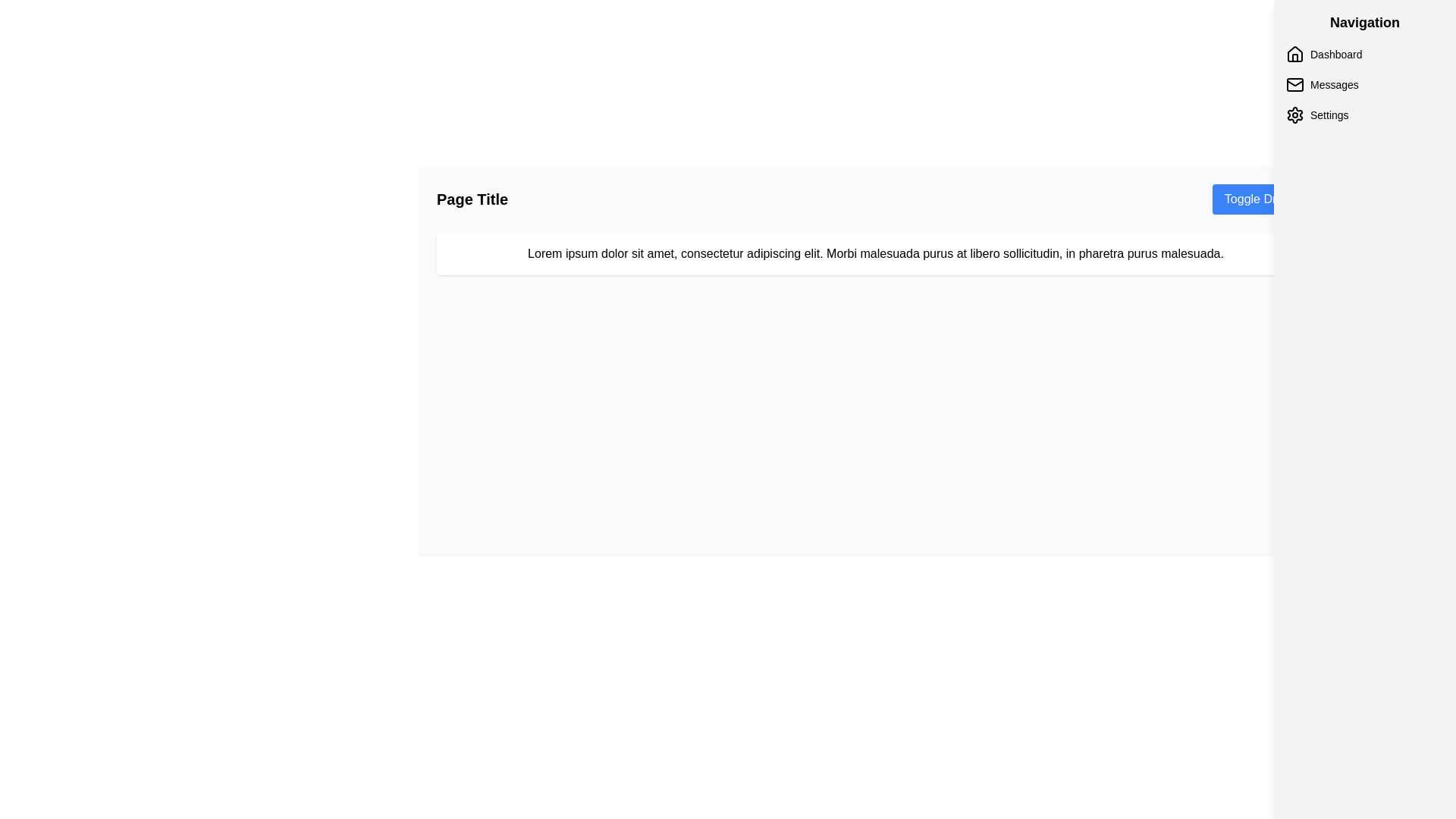 The image size is (1456, 819). I want to click on the 'Settings' navigation menu item located on the right-hand side, below 'Messages' and above subsequent items, so click(1365, 114).